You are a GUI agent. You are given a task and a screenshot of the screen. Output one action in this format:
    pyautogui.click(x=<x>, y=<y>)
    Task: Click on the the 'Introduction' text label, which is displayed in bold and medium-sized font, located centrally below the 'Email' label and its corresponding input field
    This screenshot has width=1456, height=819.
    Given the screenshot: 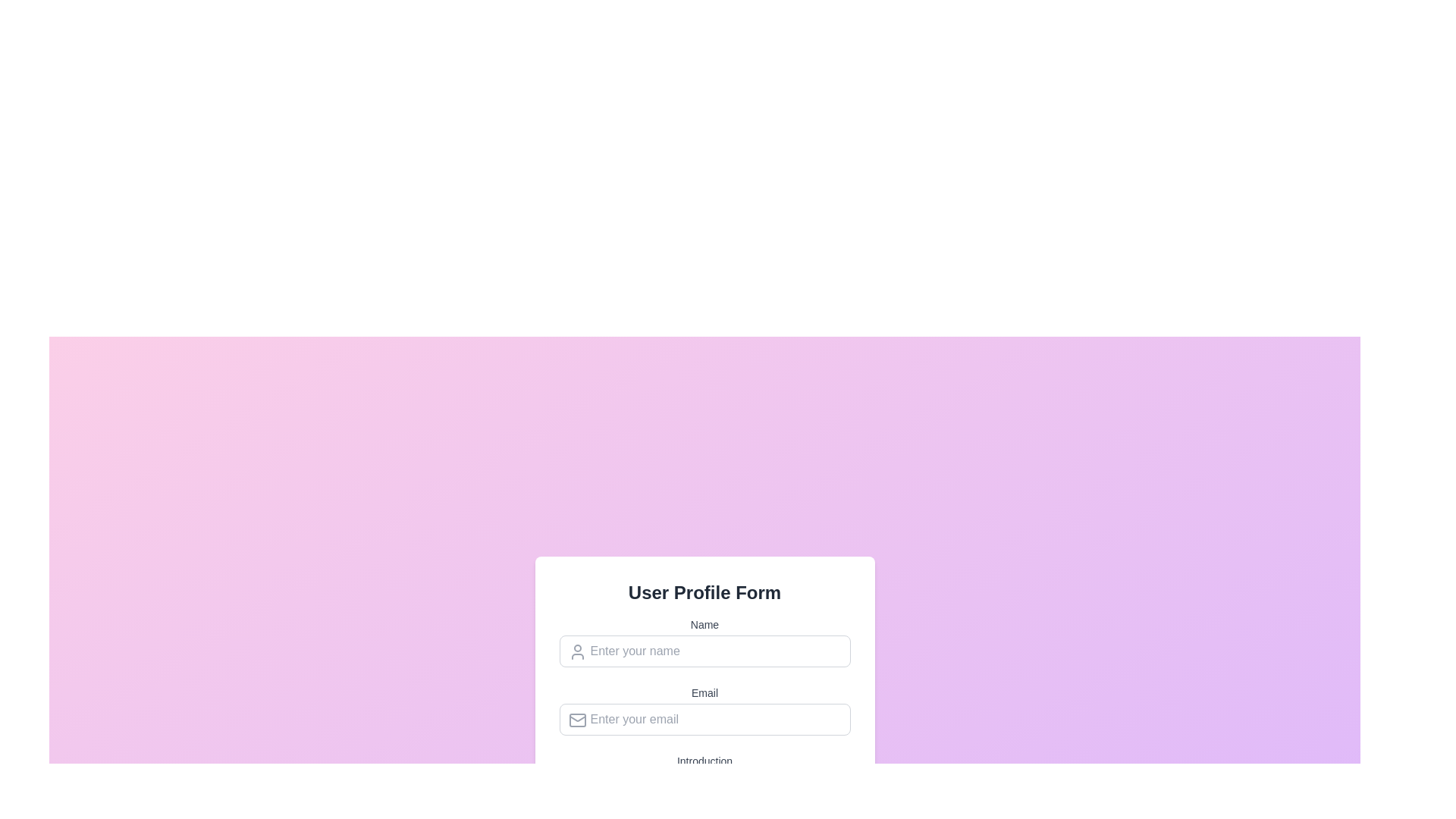 What is the action you would take?
    pyautogui.click(x=704, y=761)
    